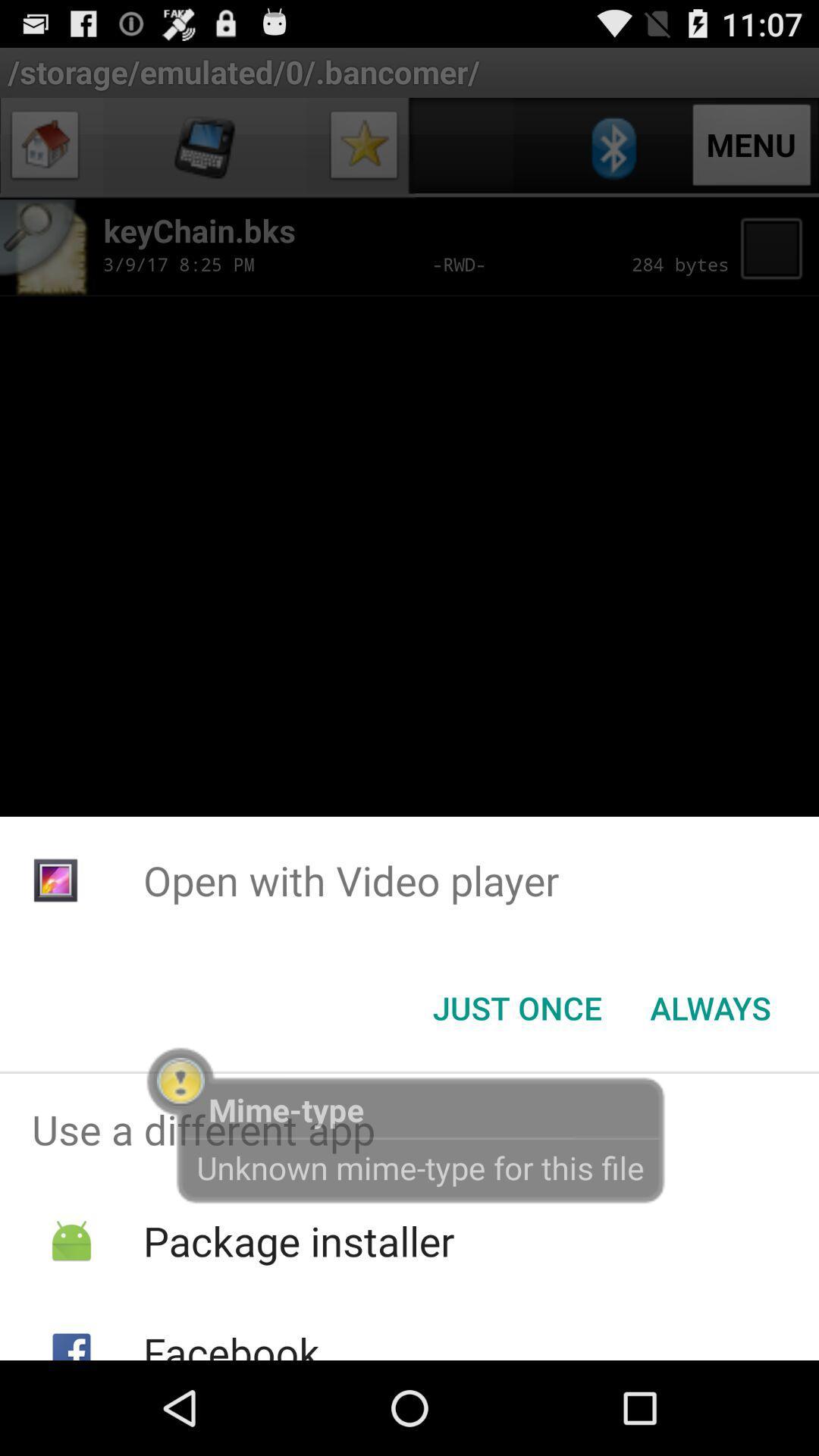  Describe the element at coordinates (711, 1008) in the screenshot. I see `button at the bottom right corner` at that location.